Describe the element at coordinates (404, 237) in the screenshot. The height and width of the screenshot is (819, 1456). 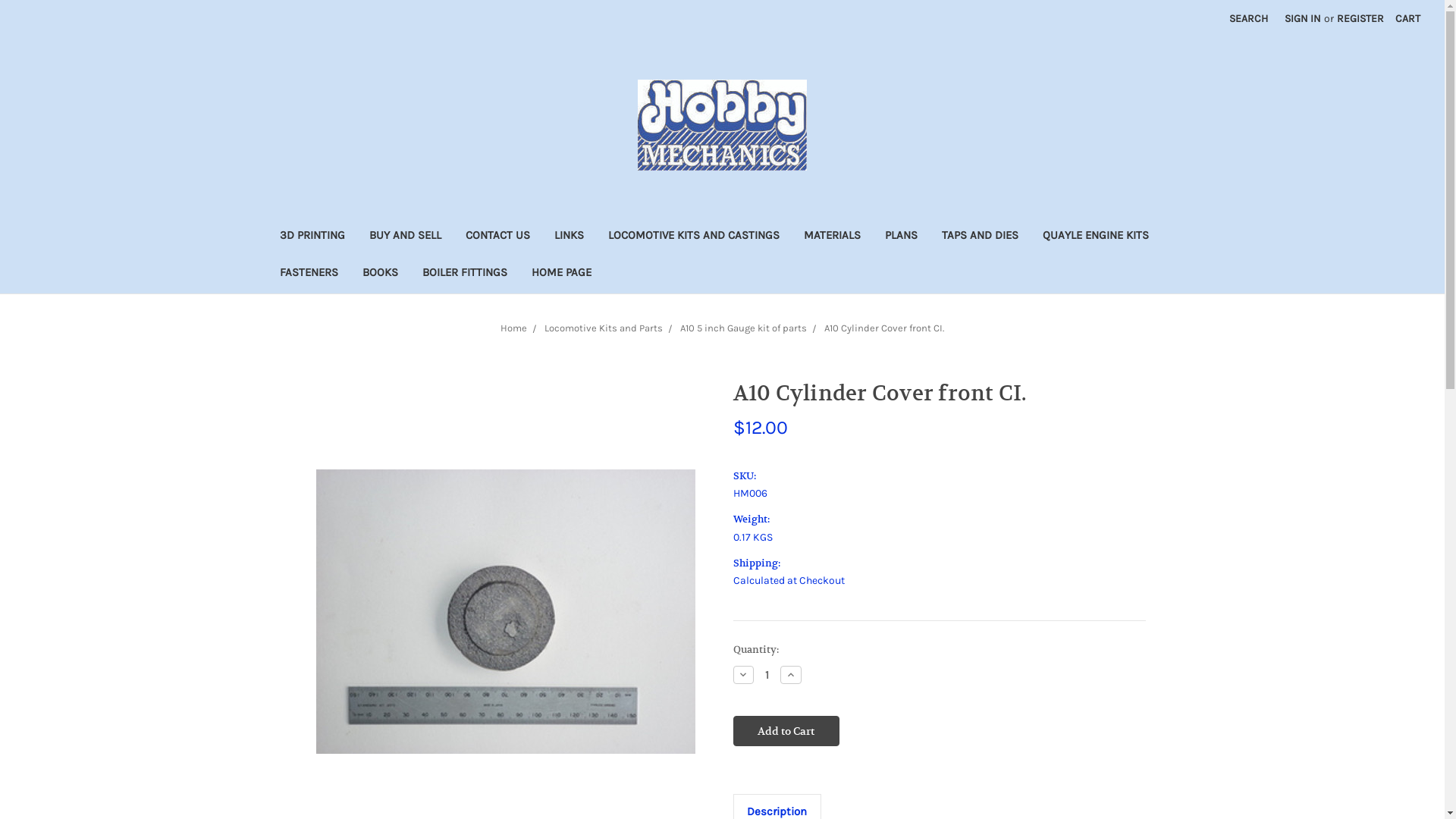
I see `'BUY AND SELL'` at that location.